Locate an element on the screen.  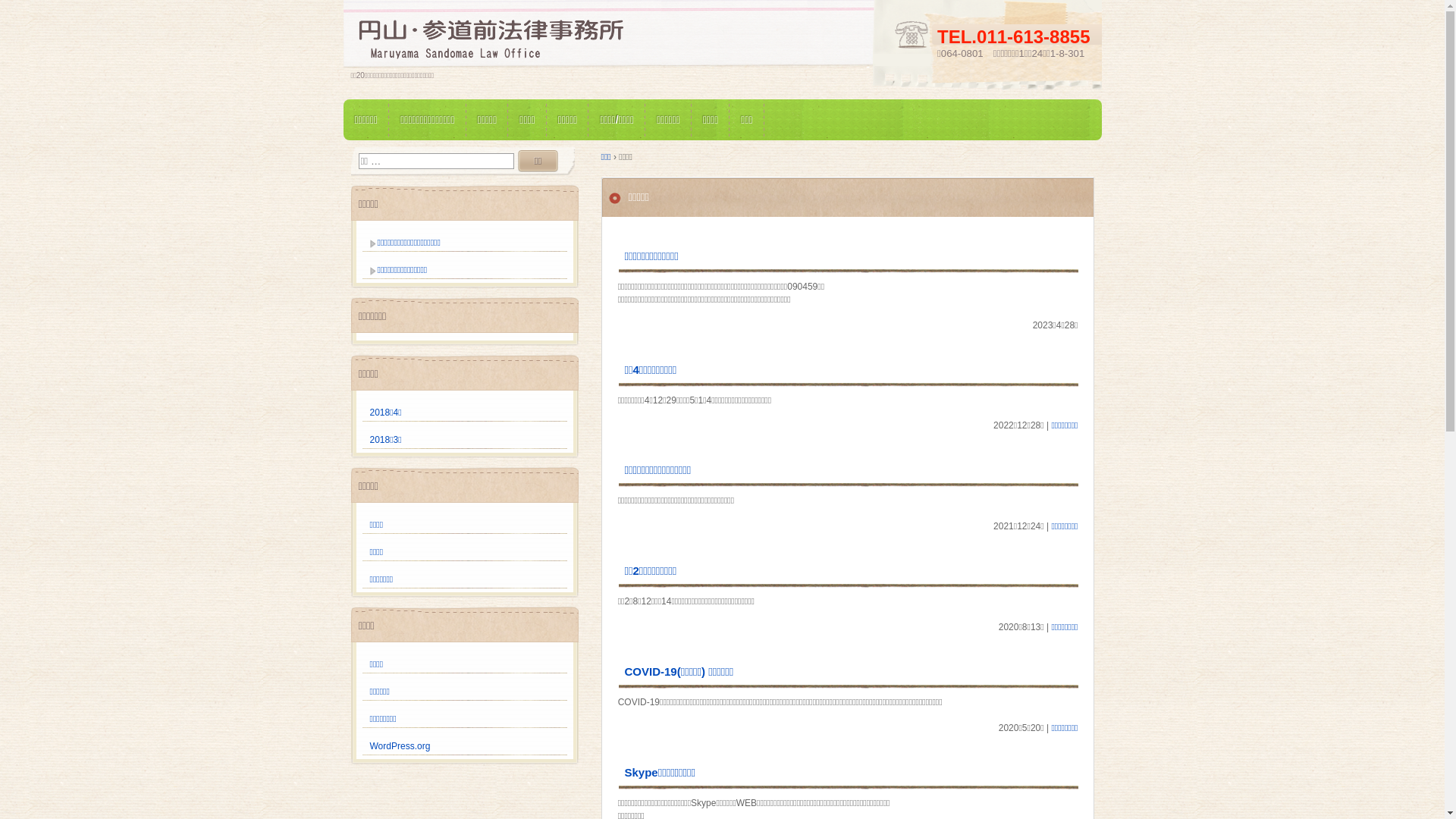
'WordPress.org' is located at coordinates (400, 745).